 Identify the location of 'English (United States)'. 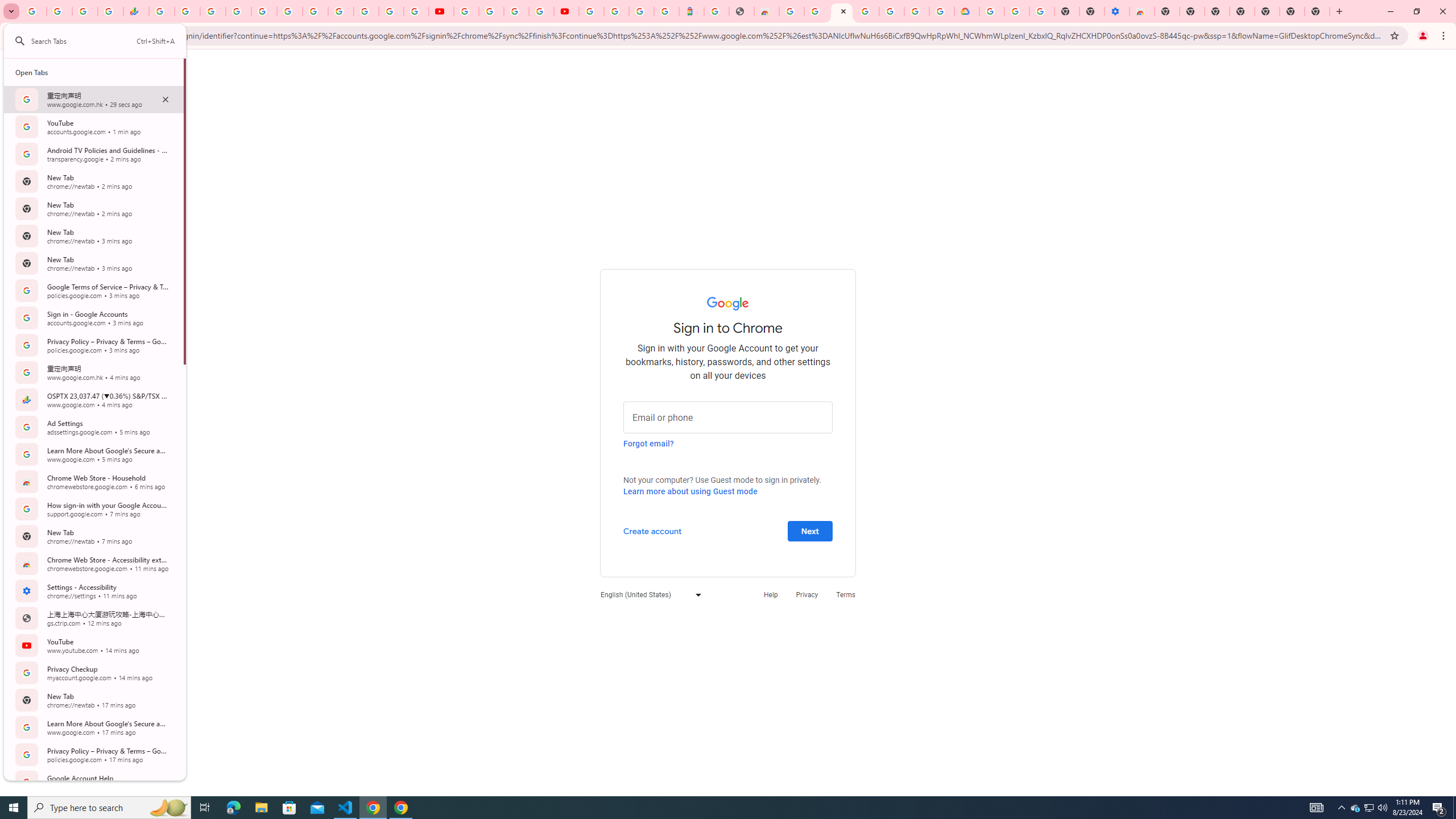
(647, 594).